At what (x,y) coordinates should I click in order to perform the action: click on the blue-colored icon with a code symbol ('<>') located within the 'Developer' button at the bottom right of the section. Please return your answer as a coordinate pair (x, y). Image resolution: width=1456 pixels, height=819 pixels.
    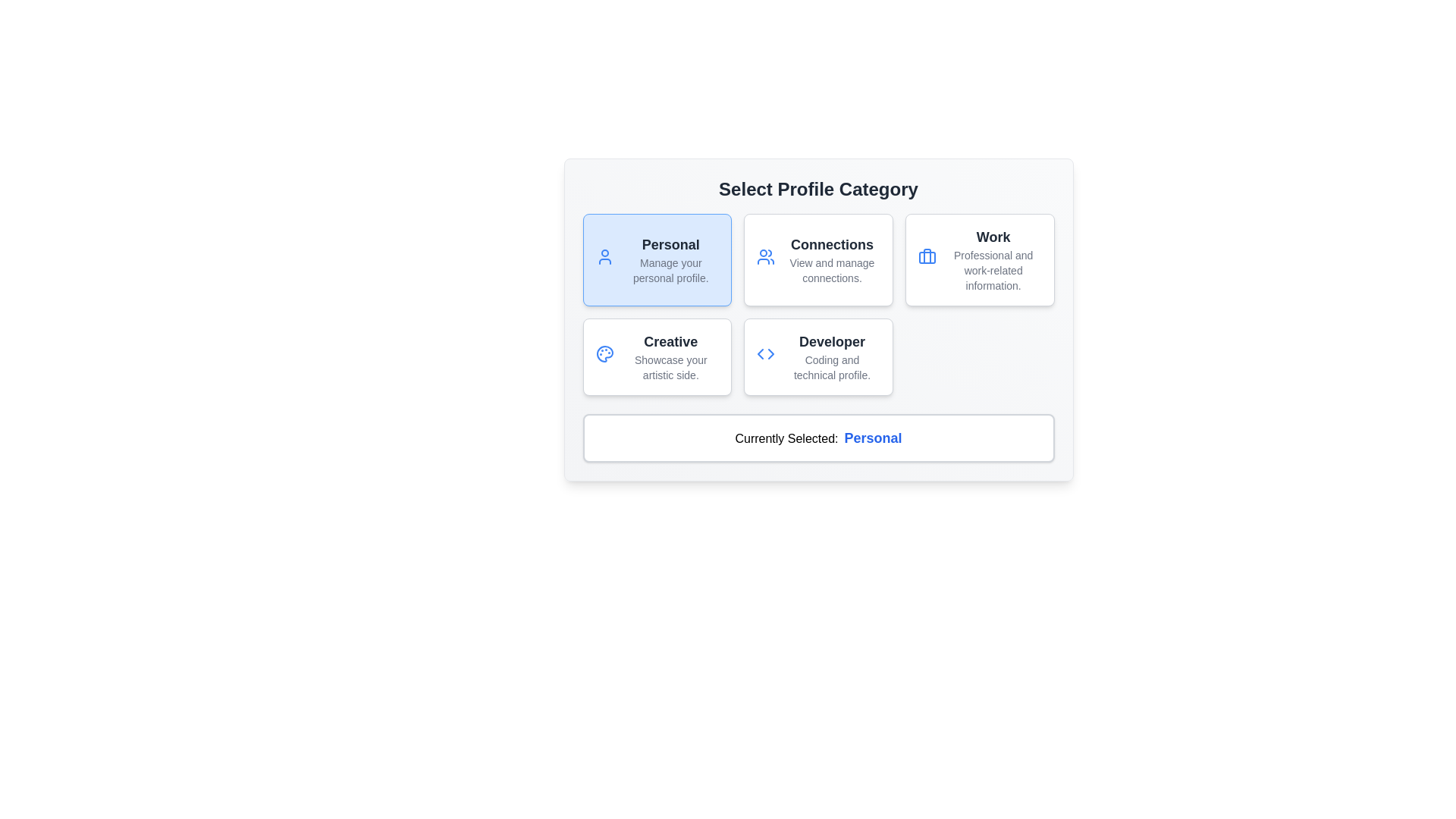
    Looking at the image, I should click on (766, 356).